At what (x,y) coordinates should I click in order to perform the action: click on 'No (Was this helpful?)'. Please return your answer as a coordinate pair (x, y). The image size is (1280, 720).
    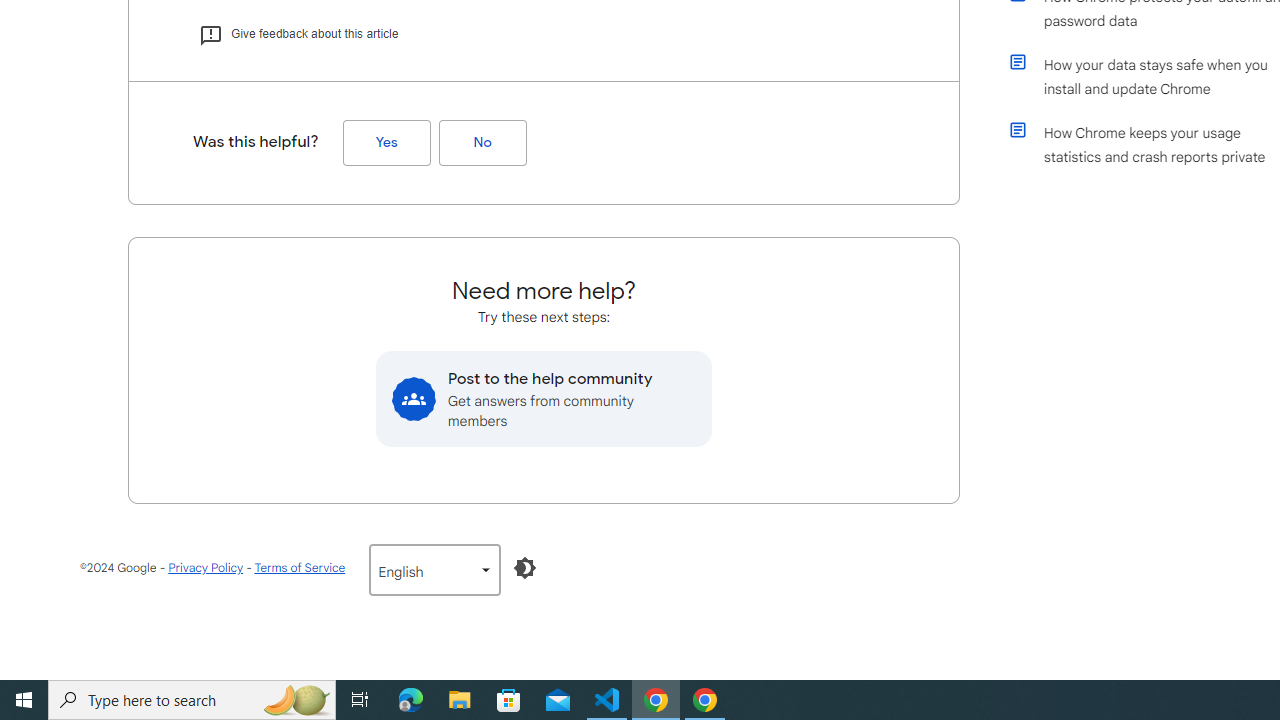
    Looking at the image, I should click on (482, 142).